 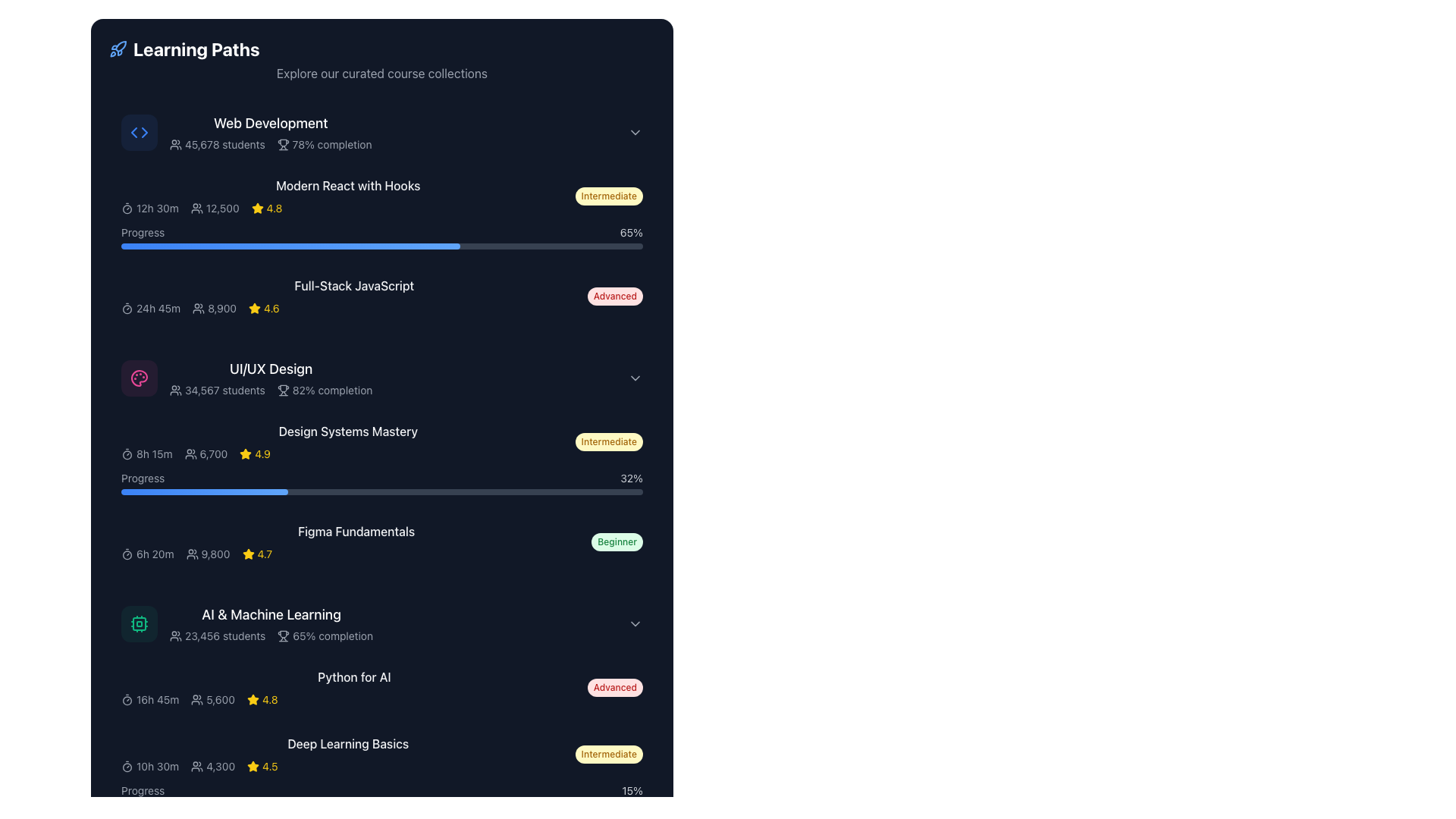 I want to click on the star icon for rating indication located in the 'Full-Stack JavaScript' section, which represents a rating score of 4.6, so click(x=255, y=308).